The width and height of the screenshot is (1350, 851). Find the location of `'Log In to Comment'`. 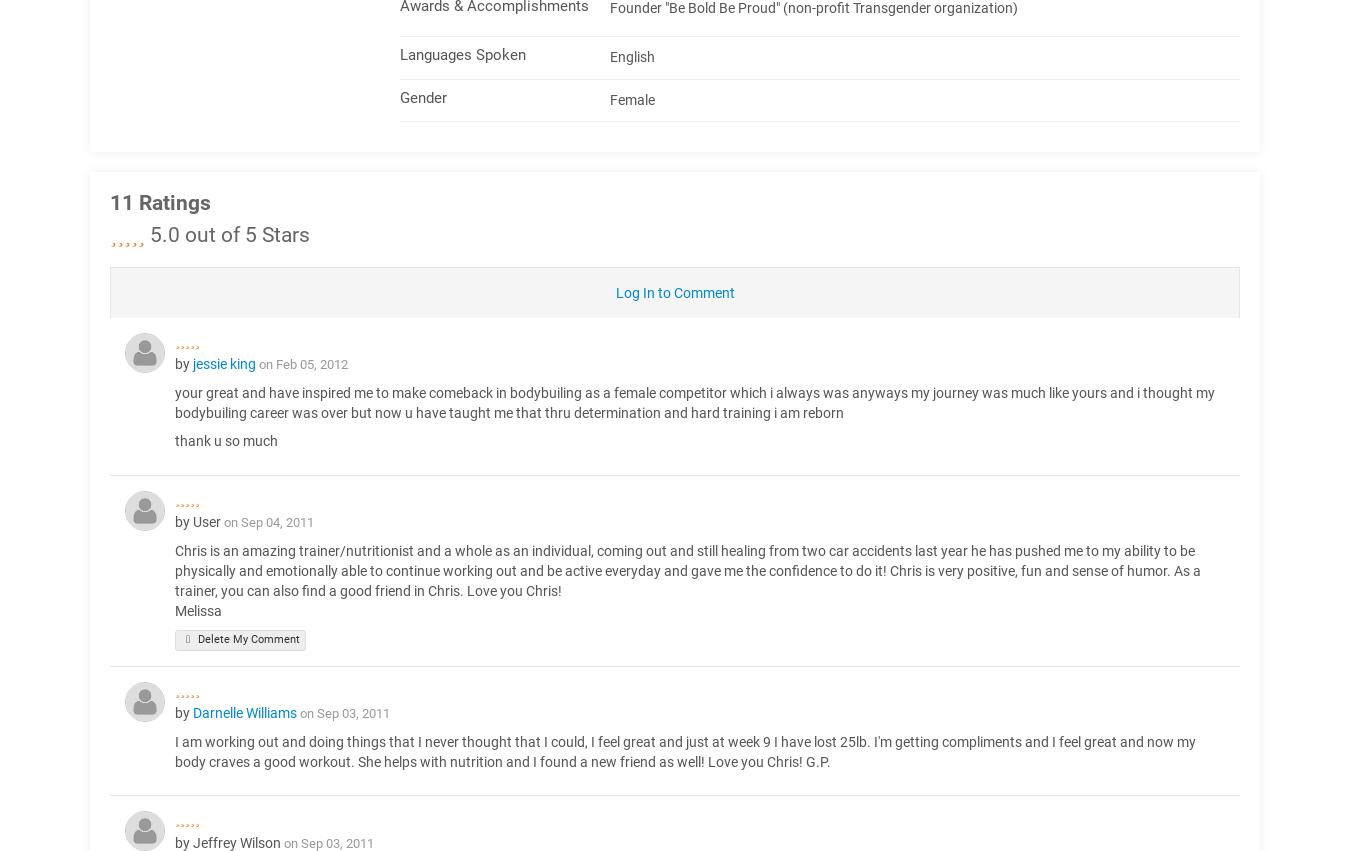

'Log In to Comment' is located at coordinates (674, 291).